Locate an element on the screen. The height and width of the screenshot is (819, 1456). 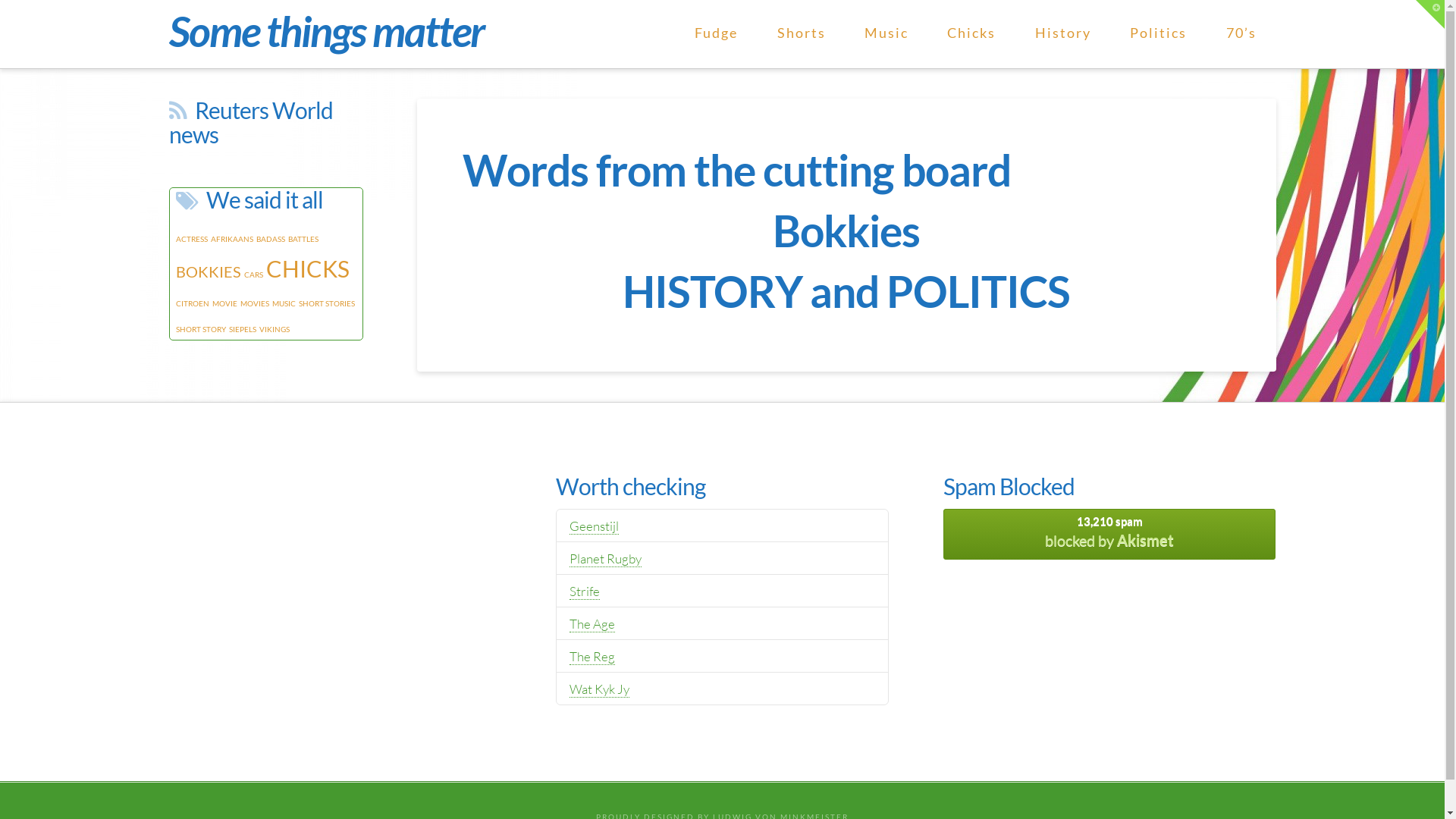
'CARS' is located at coordinates (243, 275).